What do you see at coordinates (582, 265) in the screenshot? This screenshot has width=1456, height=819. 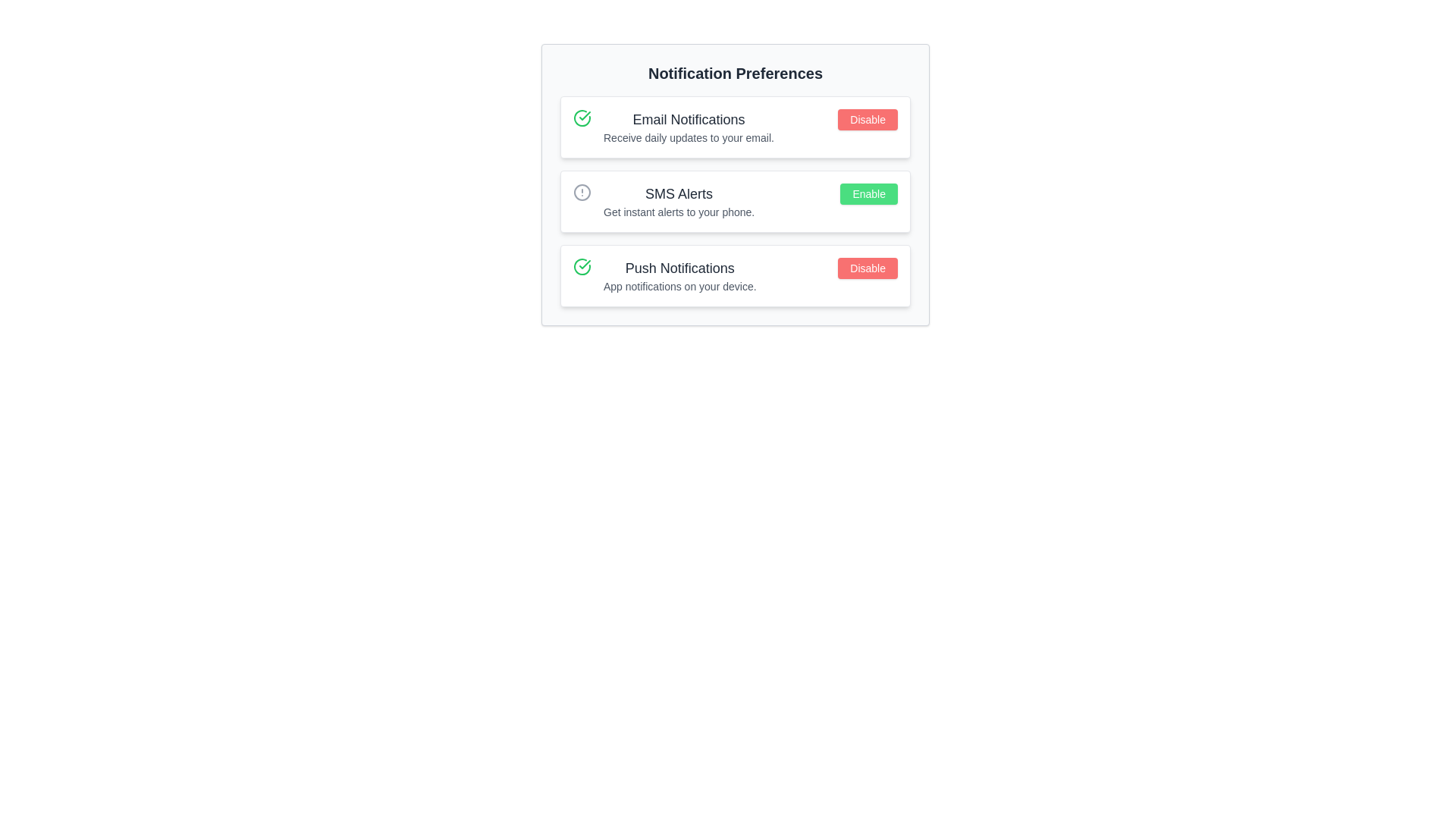 I see `the green circle icon with a checkmark inside, located in the 'Push Notifications' panel, adjacent to the 'Push Notifications' text` at bounding box center [582, 265].